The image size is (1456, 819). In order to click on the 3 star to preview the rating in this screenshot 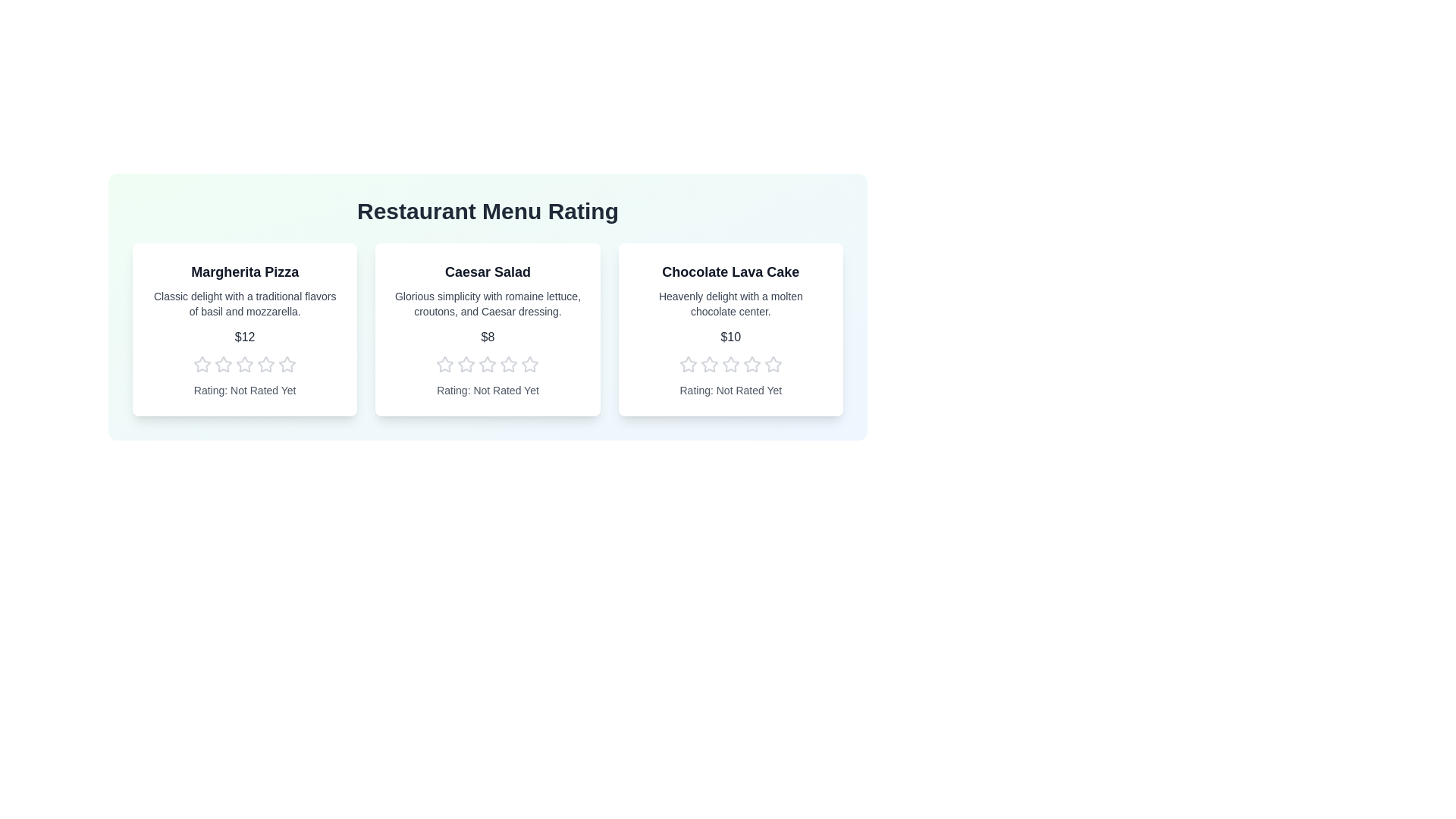, I will do `click(245, 365)`.